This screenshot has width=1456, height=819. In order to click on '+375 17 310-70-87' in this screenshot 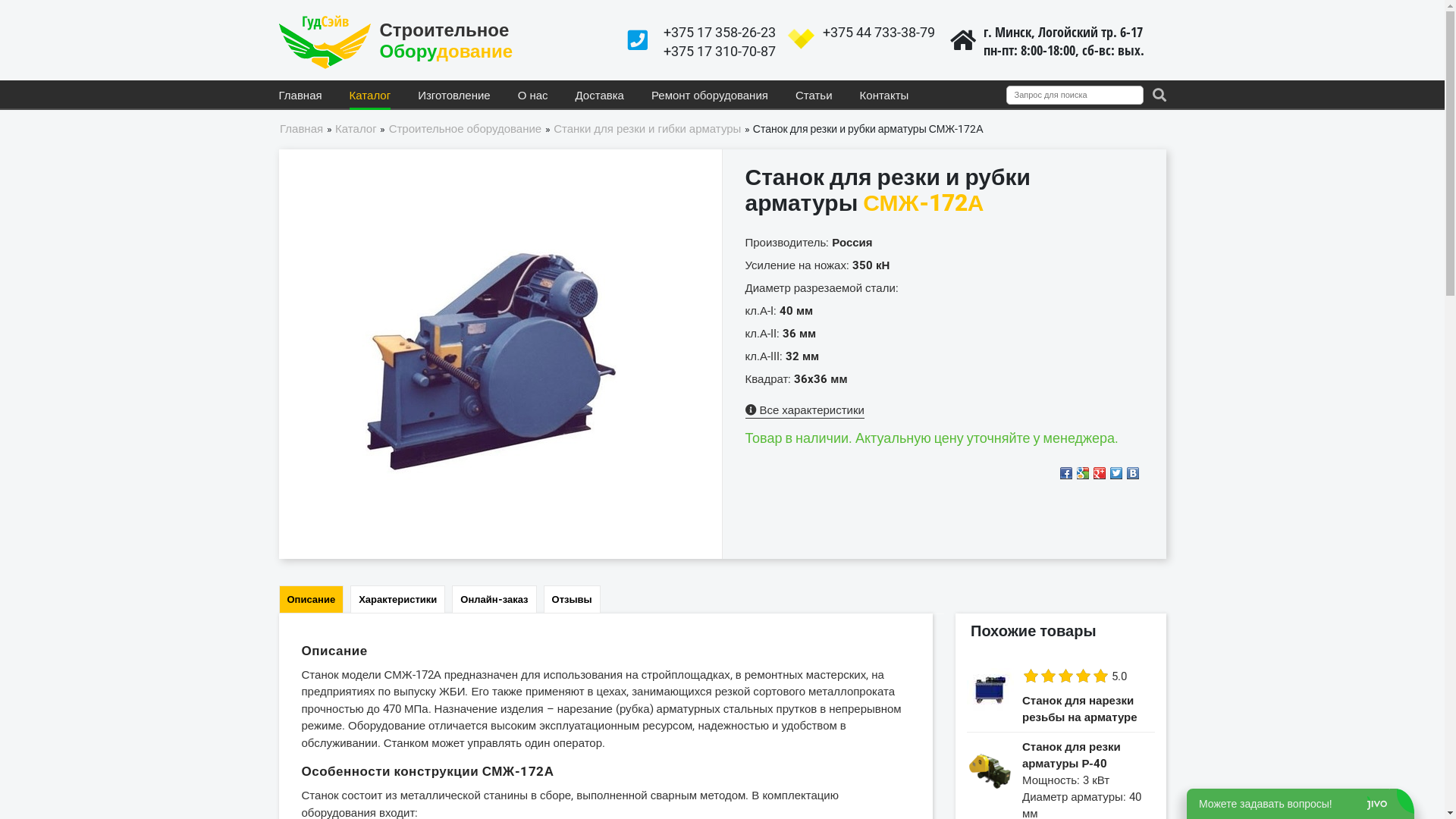, I will do `click(718, 50)`.